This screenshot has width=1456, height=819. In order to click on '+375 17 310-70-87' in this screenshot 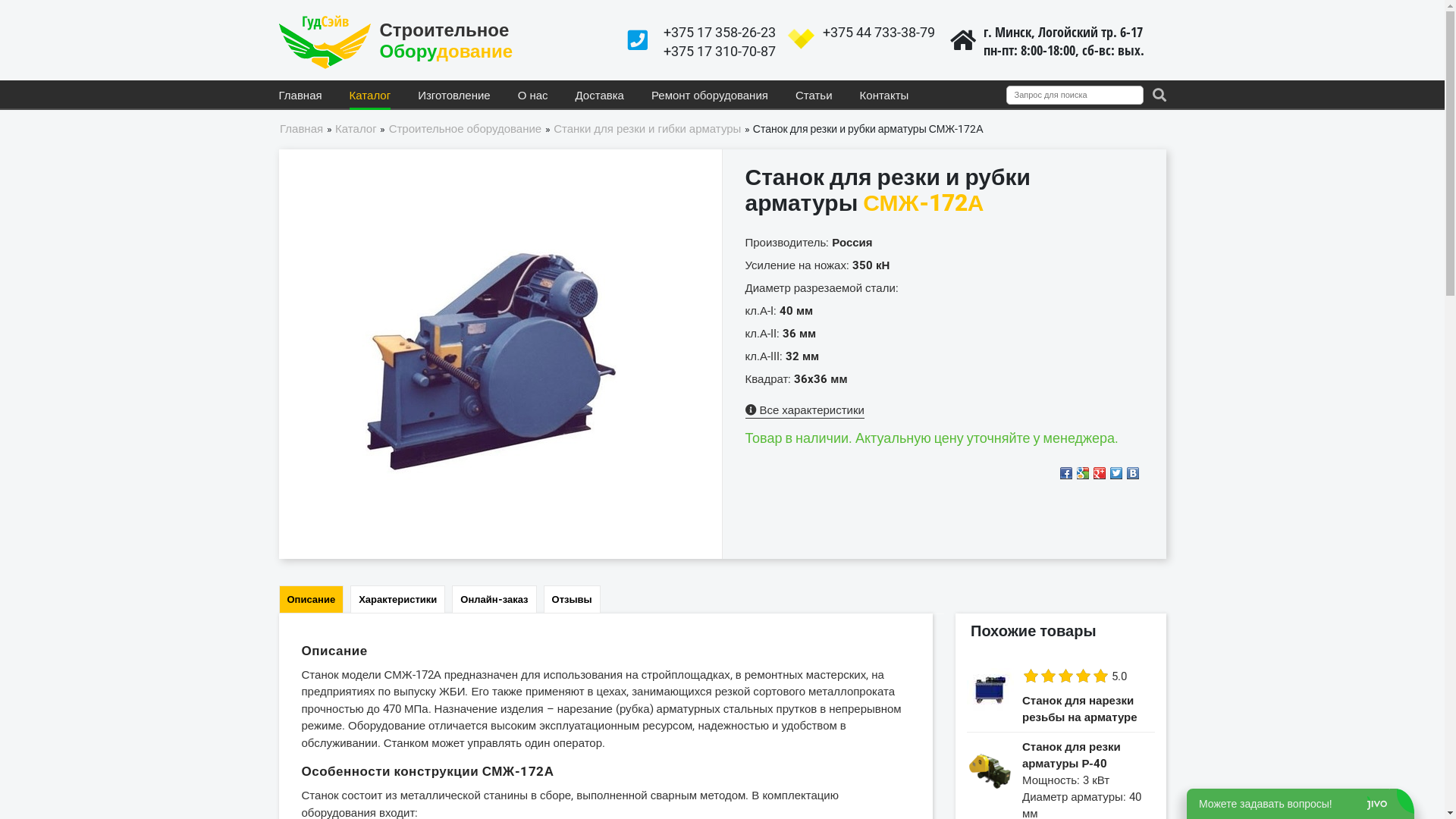, I will do `click(718, 50)`.